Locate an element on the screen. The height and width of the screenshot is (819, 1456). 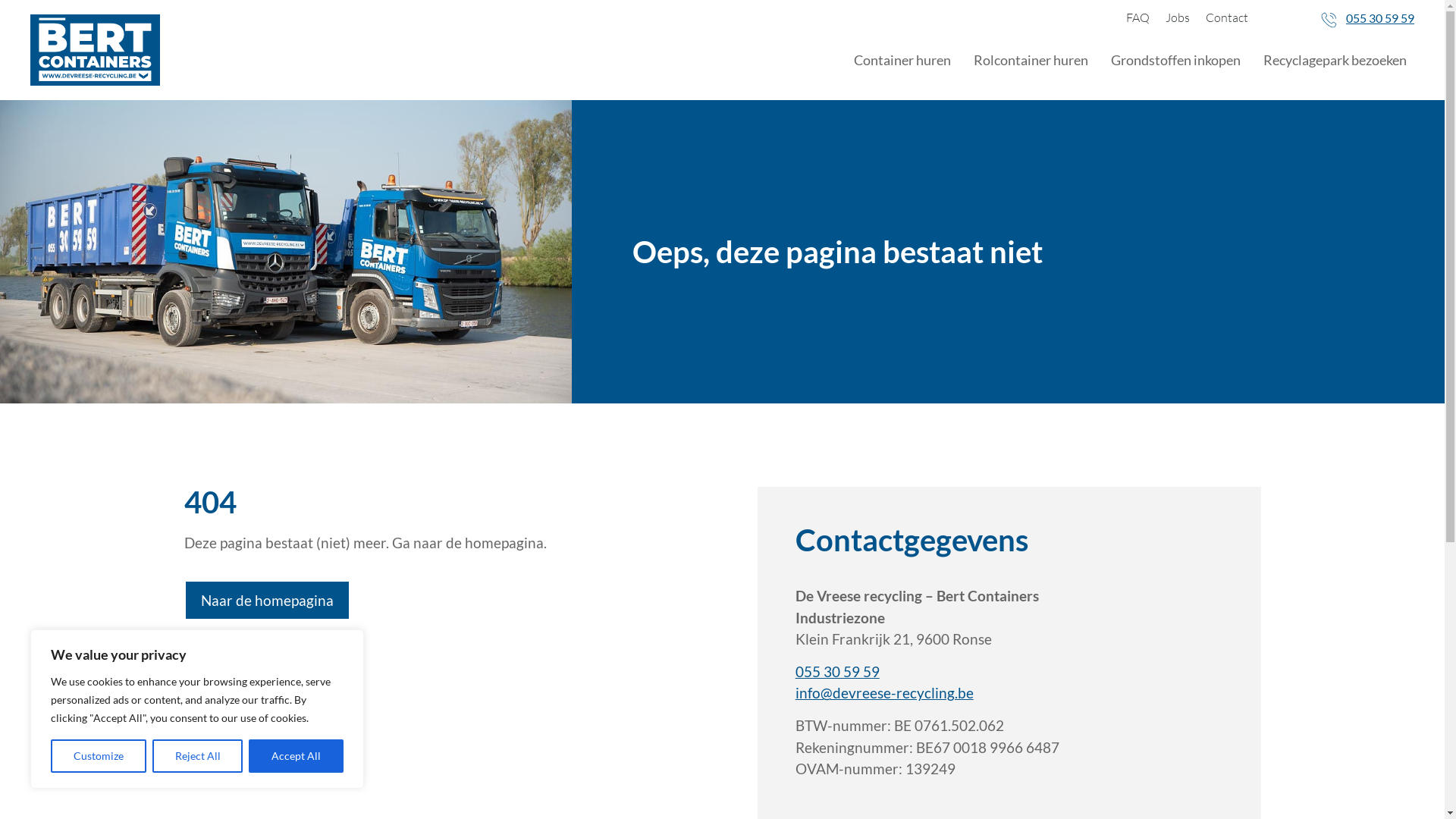
'FAQ' is located at coordinates (1125, 17).